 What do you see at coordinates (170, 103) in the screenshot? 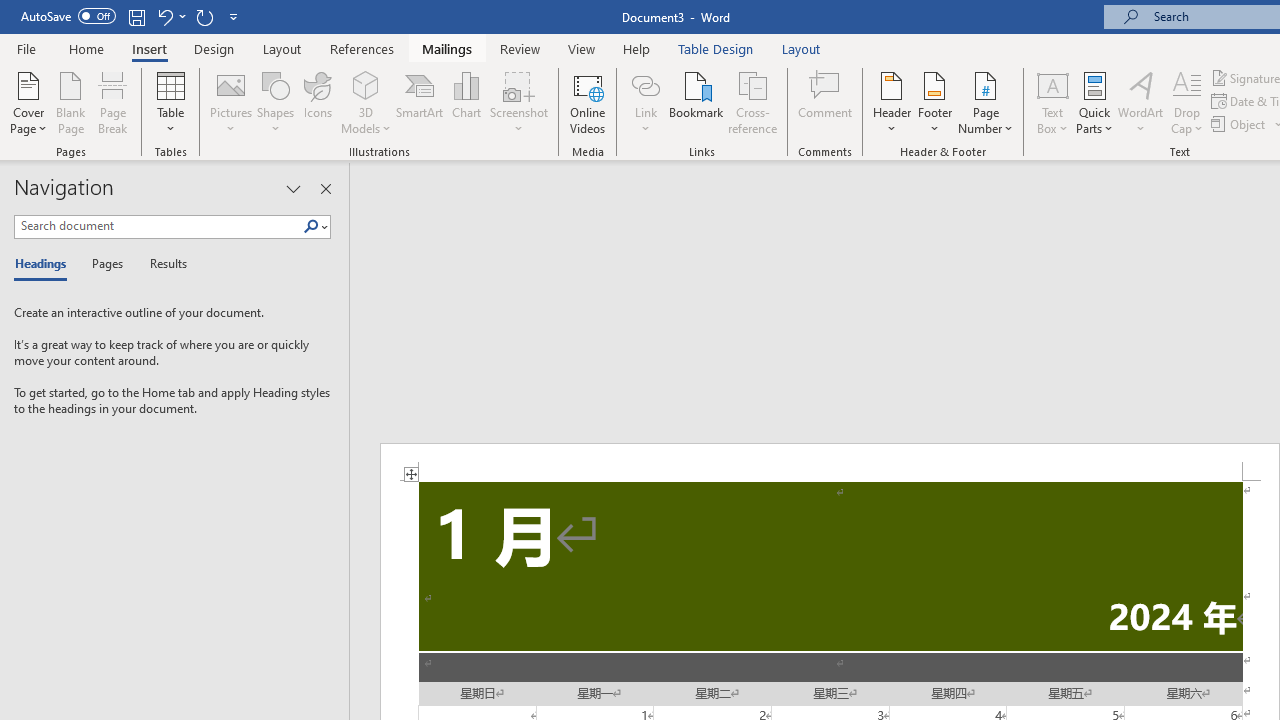
I see `'Table'` at bounding box center [170, 103].